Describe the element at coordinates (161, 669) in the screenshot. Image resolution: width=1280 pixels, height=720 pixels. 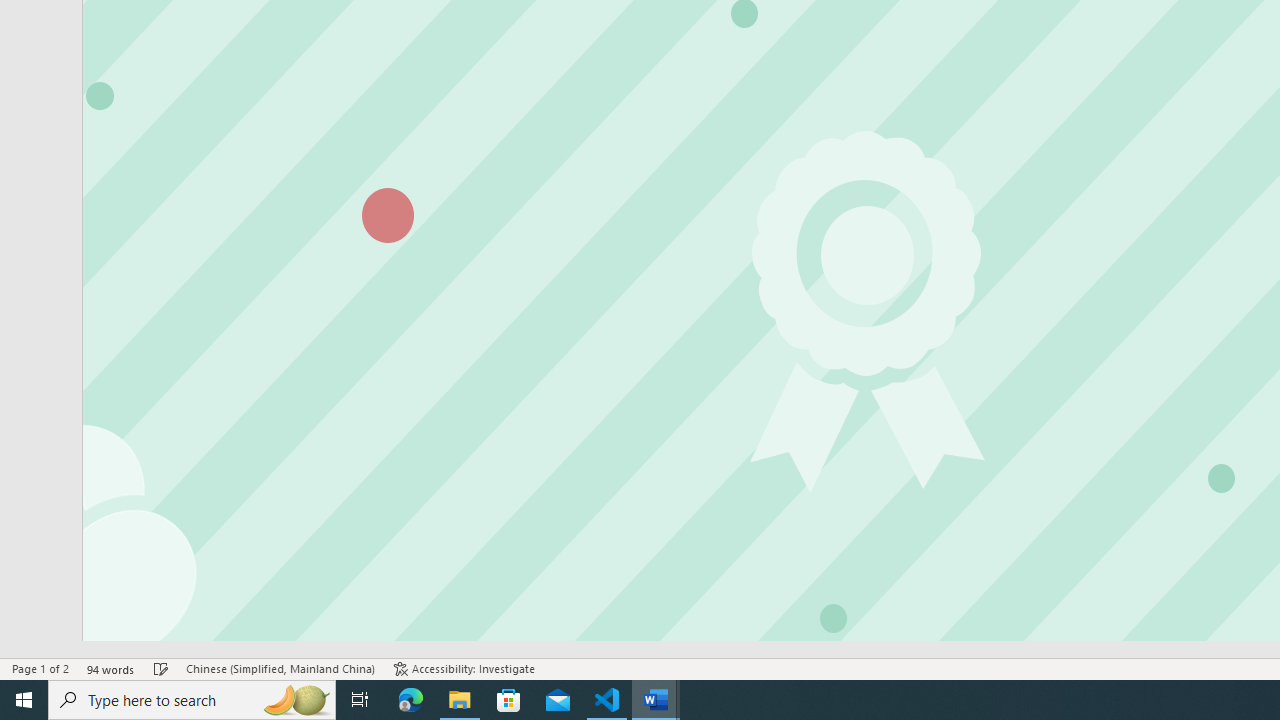
I see `'Spelling and Grammar Check Checking'` at that location.